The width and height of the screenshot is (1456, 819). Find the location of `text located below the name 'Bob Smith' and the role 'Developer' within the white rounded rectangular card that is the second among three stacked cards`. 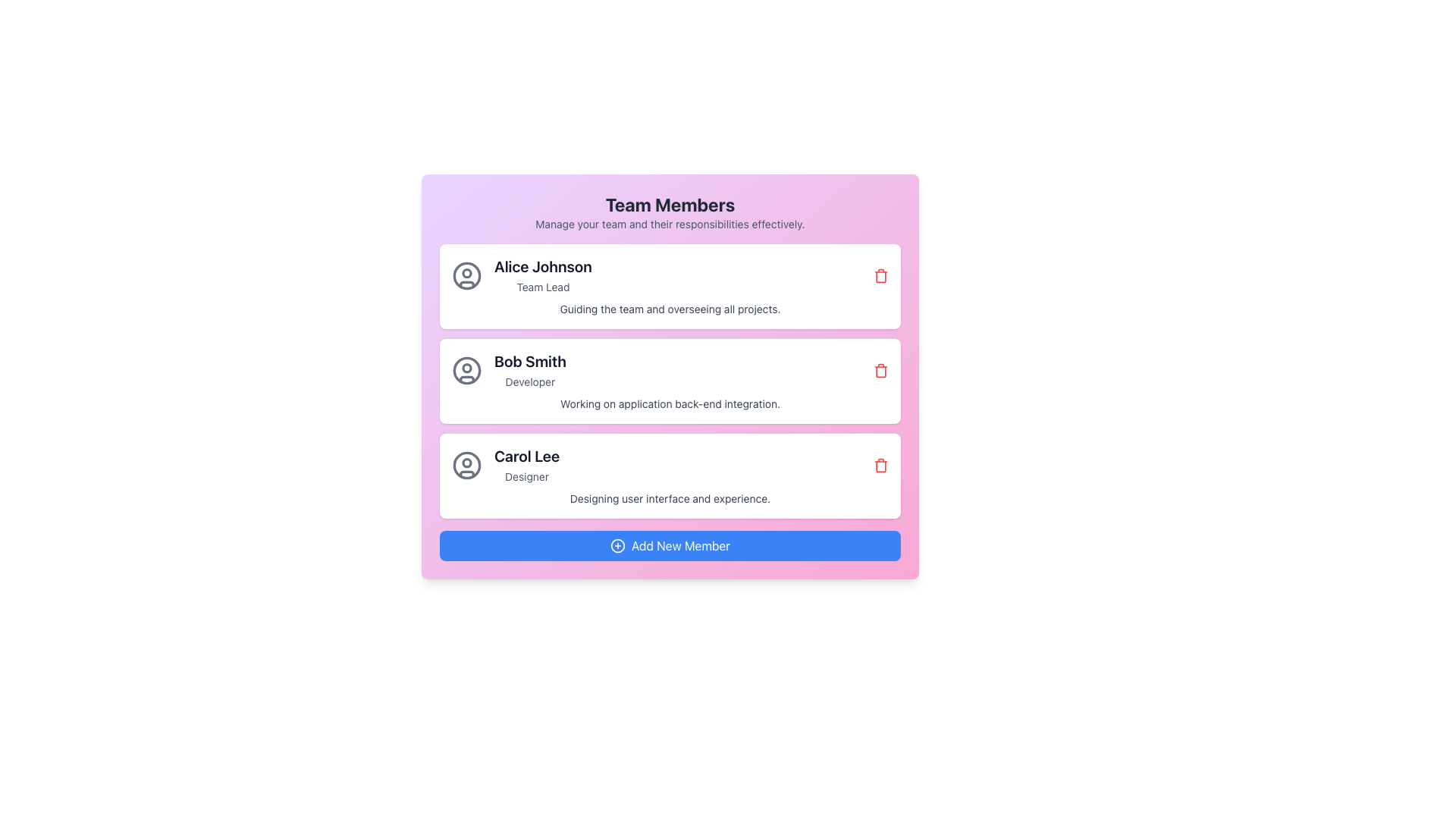

text located below the name 'Bob Smith' and the role 'Developer' within the white rounded rectangular card that is the second among three stacked cards is located at coordinates (669, 403).